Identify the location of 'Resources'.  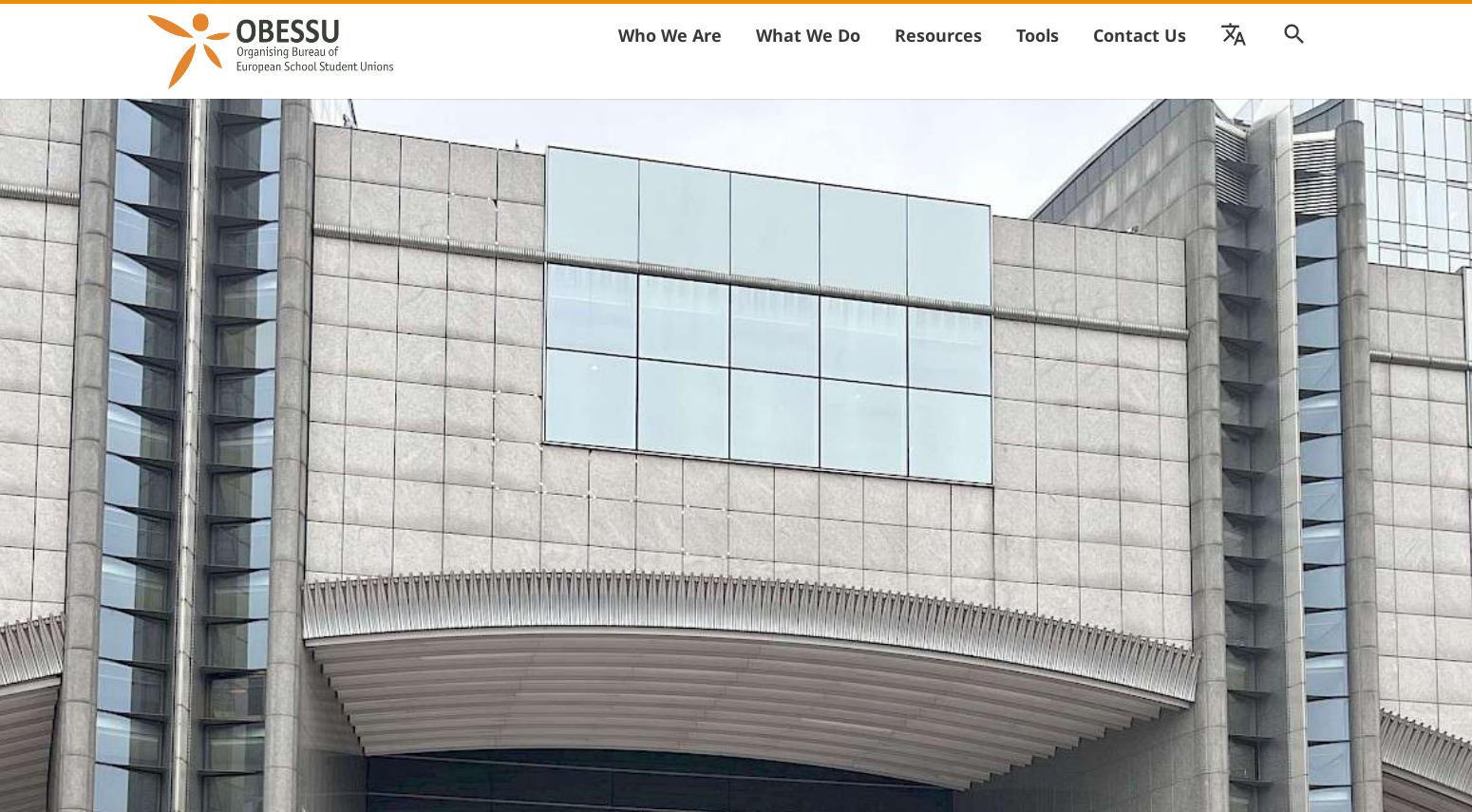
(893, 34).